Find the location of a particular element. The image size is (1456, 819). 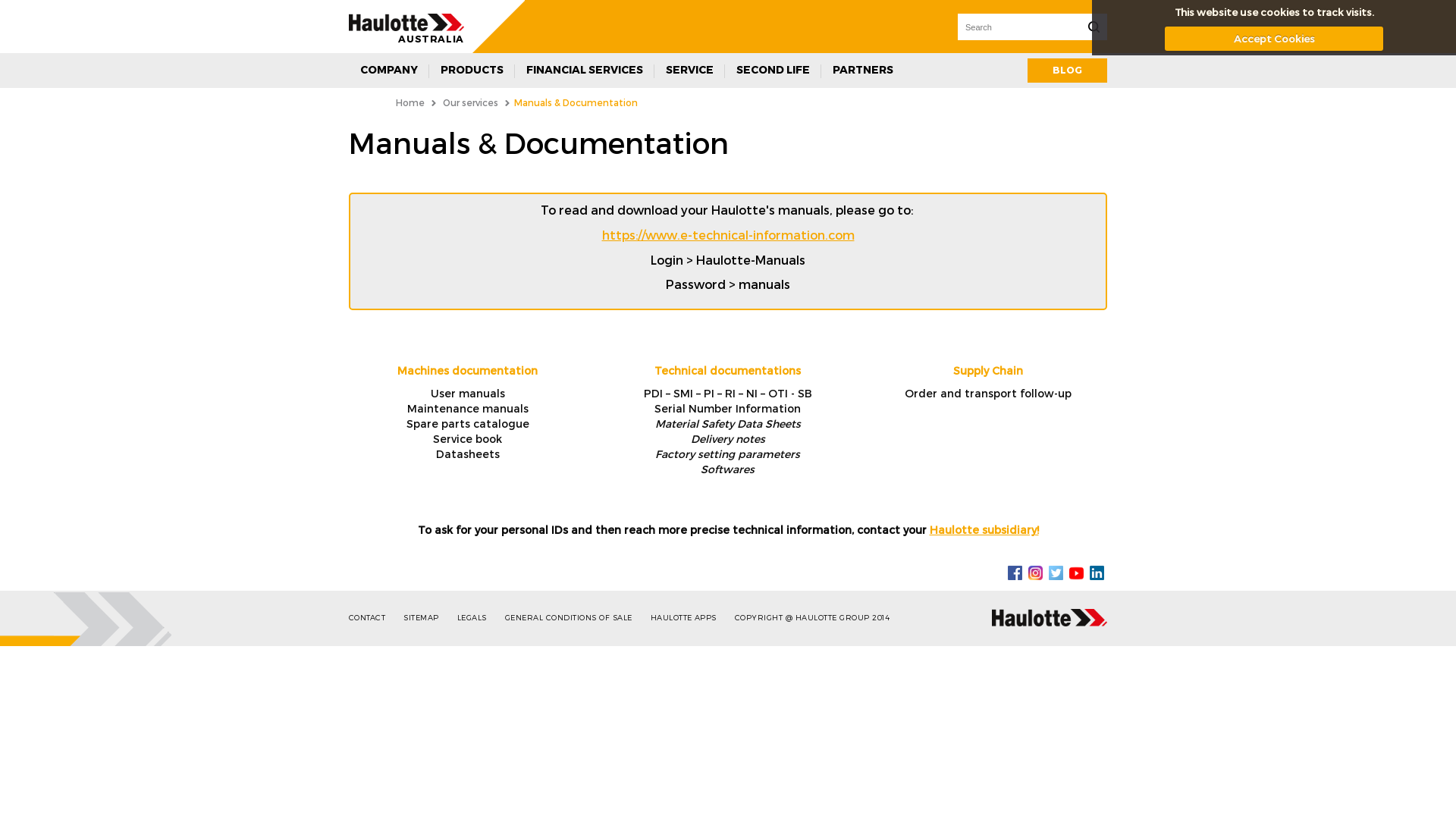

'CONTACT' is located at coordinates (375, 617).